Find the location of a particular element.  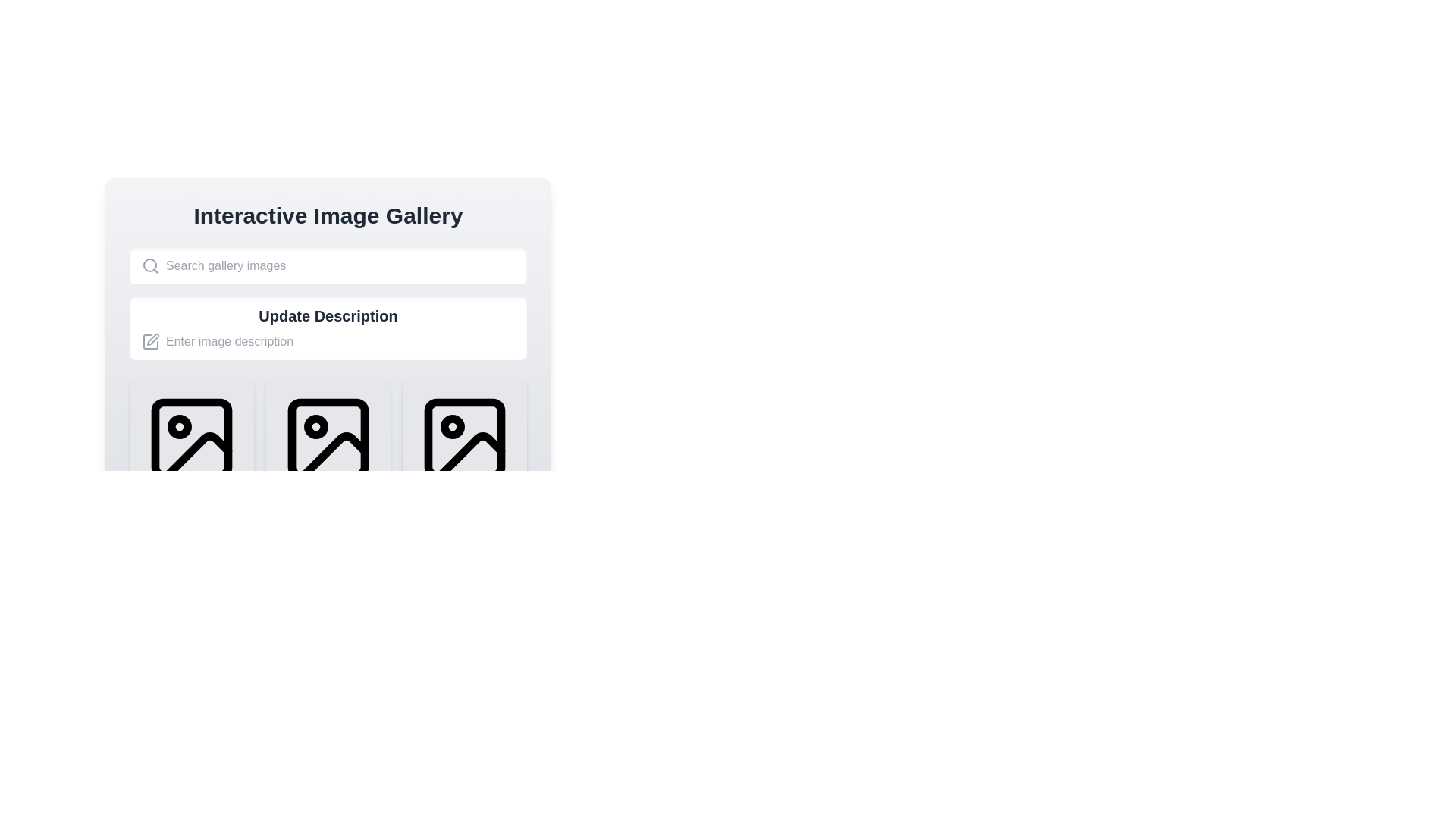

the SVG image icon that represents an image placeholder, which is the second icon in a horizontal row of three icons within a card labeled 'Image 2' is located at coordinates (327, 438).